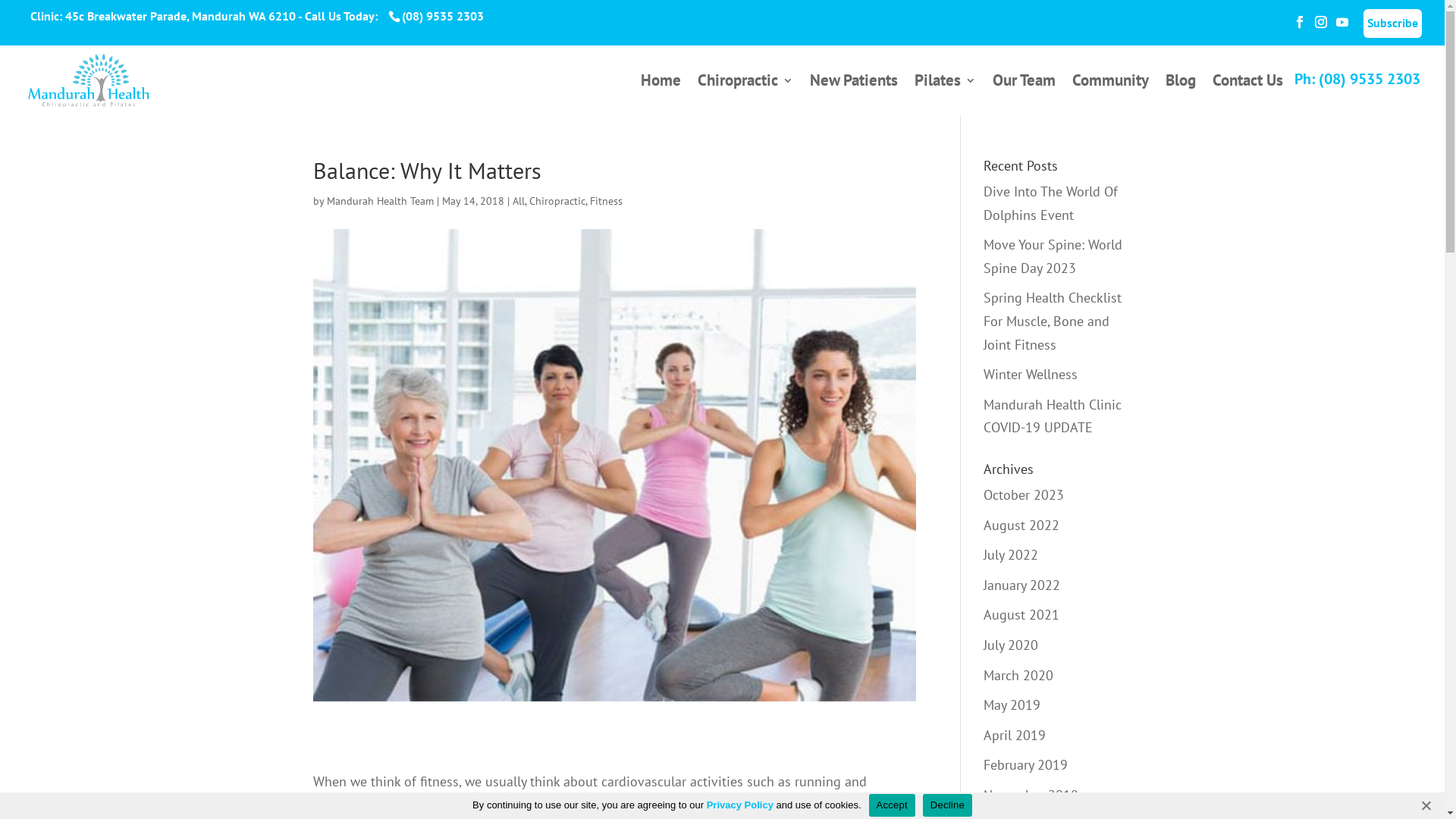 The height and width of the screenshot is (819, 1456). What do you see at coordinates (1018, 673) in the screenshot?
I see `'March 2020'` at bounding box center [1018, 673].